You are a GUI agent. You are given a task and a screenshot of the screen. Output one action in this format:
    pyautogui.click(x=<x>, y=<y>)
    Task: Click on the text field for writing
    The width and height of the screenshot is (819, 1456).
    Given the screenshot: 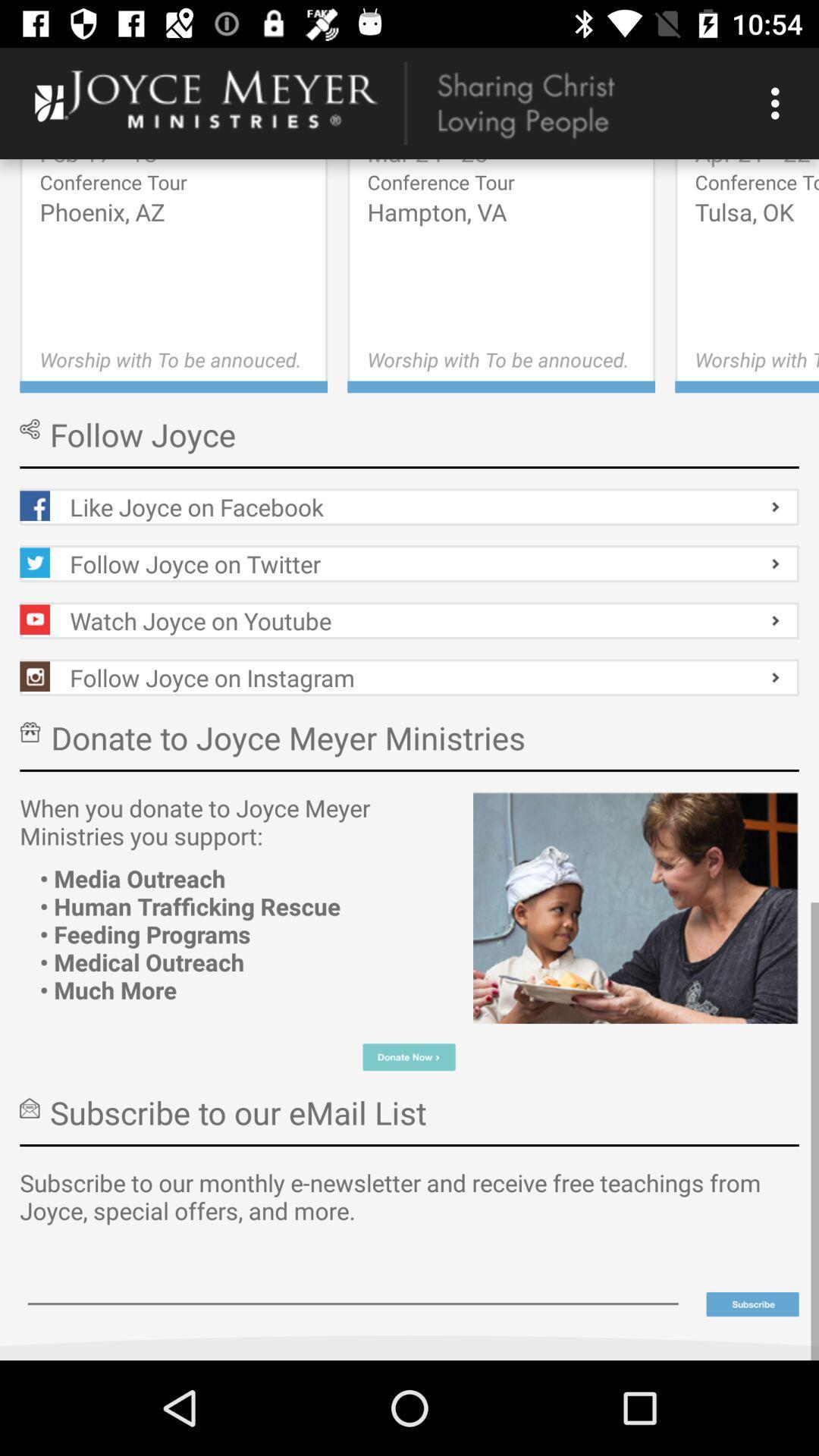 What is the action you would take?
    pyautogui.click(x=353, y=1282)
    